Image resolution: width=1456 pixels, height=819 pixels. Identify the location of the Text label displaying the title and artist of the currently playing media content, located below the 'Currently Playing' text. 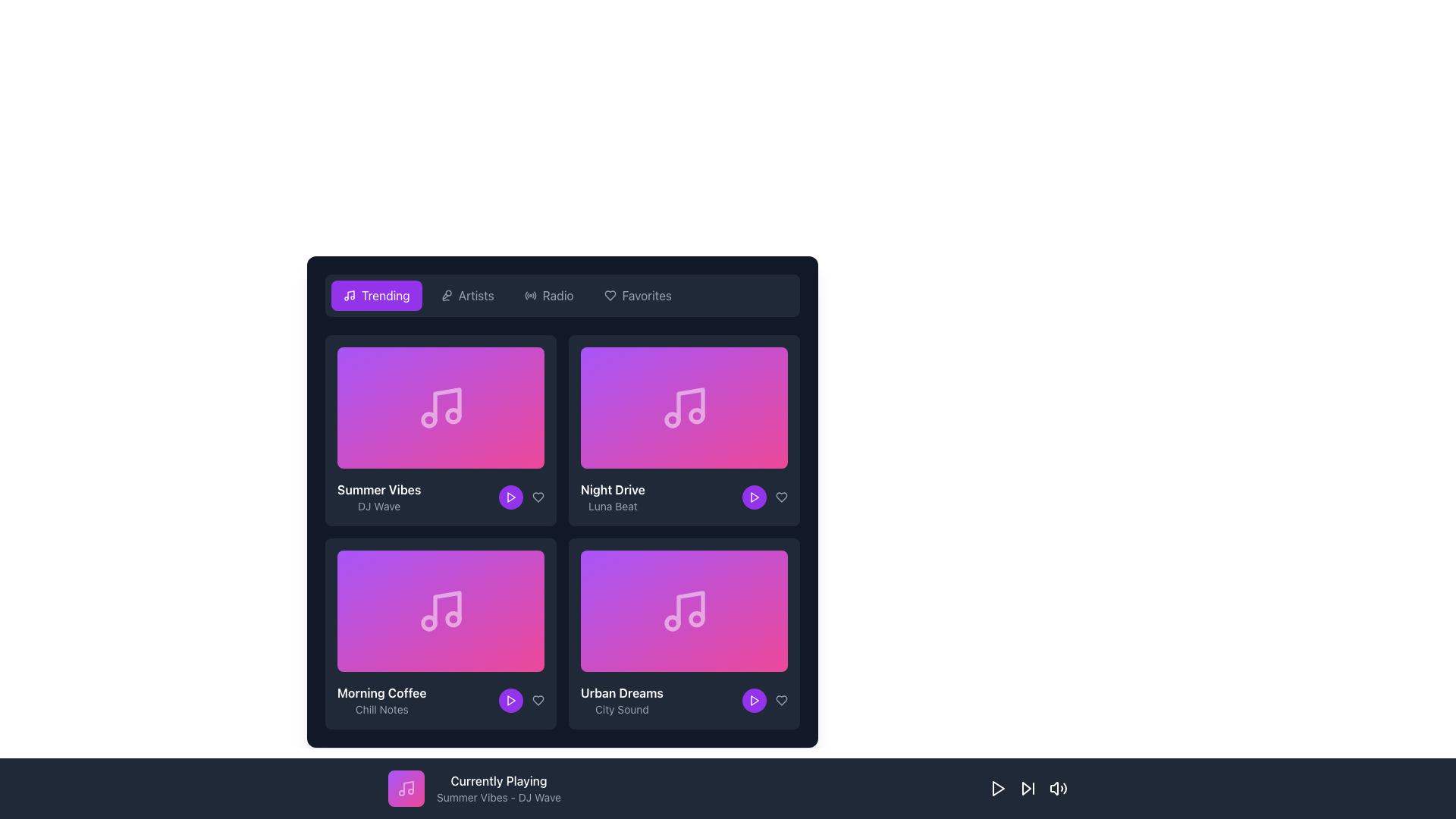
(498, 797).